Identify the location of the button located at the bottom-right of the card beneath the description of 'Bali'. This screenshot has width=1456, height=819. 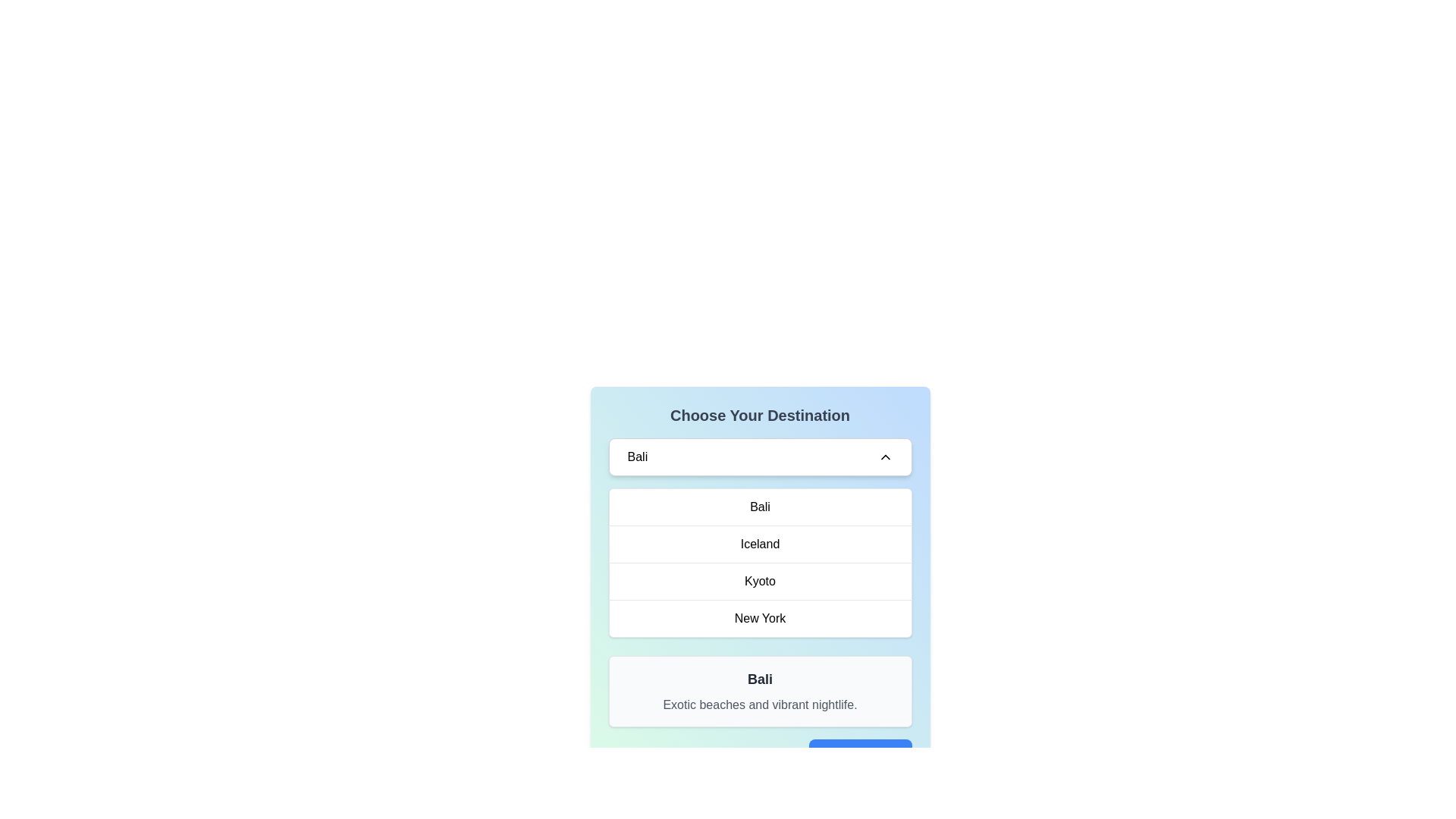
(760, 755).